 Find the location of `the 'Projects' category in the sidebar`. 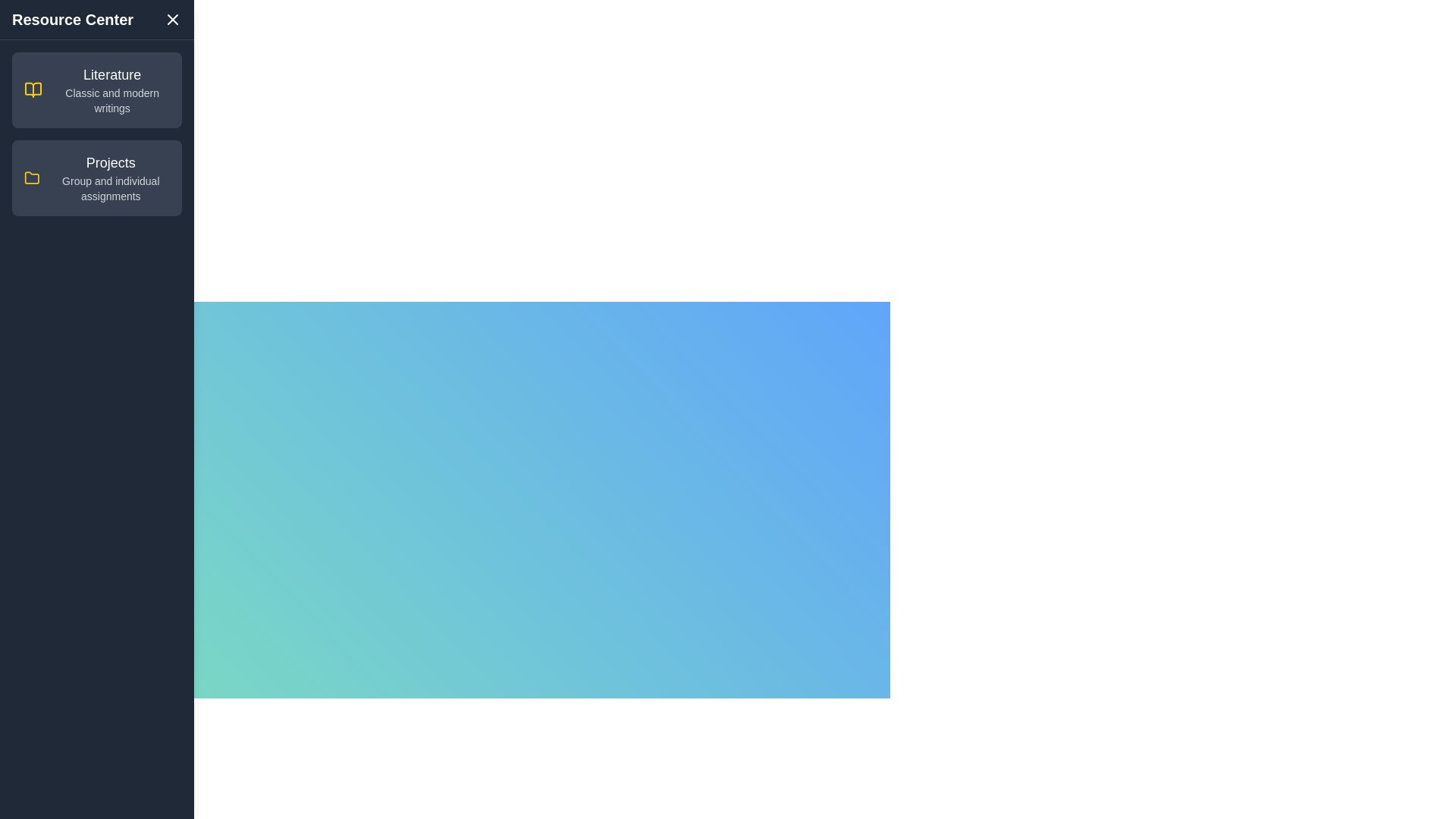

the 'Projects' category in the sidebar is located at coordinates (96, 177).